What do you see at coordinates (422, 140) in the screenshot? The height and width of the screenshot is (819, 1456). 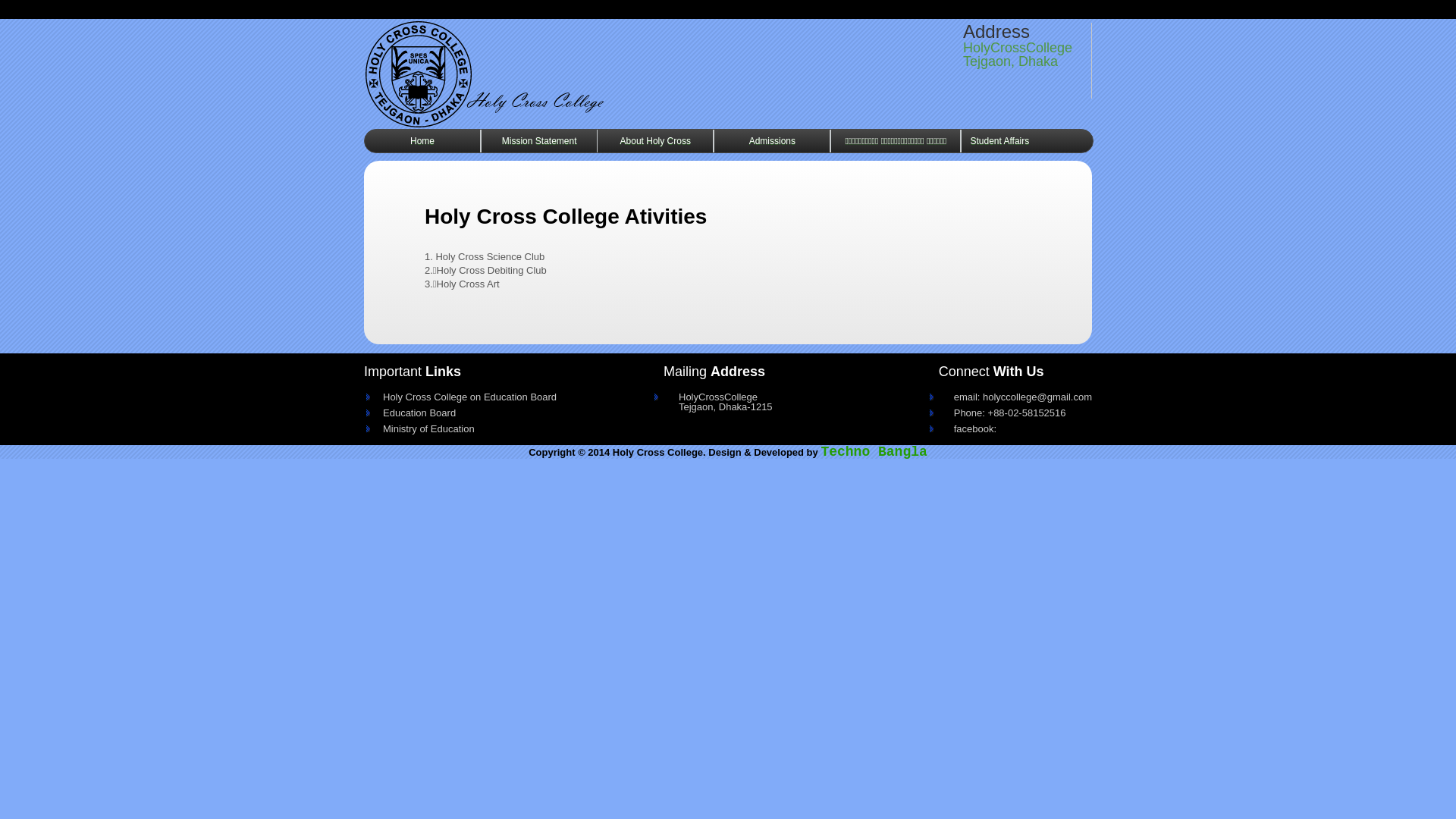 I see `'Home'` at bounding box center [422, 140].